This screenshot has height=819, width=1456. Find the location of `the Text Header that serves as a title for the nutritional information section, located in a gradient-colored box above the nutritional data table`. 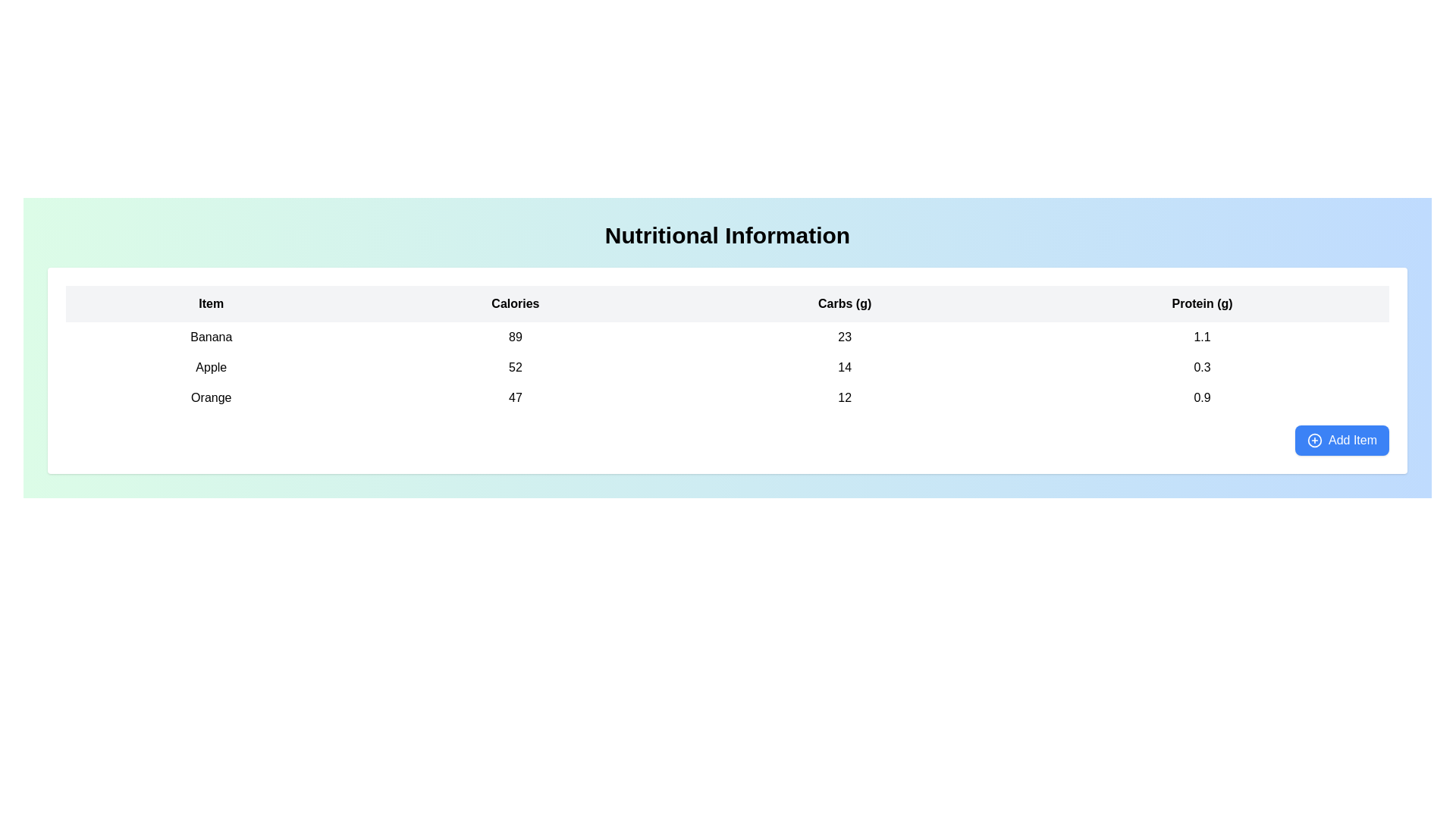

the Text Header that serves as a title for the nutritional information section, located in a gradient-colored box above the nutritional data table is located at coordinates (726, 236).